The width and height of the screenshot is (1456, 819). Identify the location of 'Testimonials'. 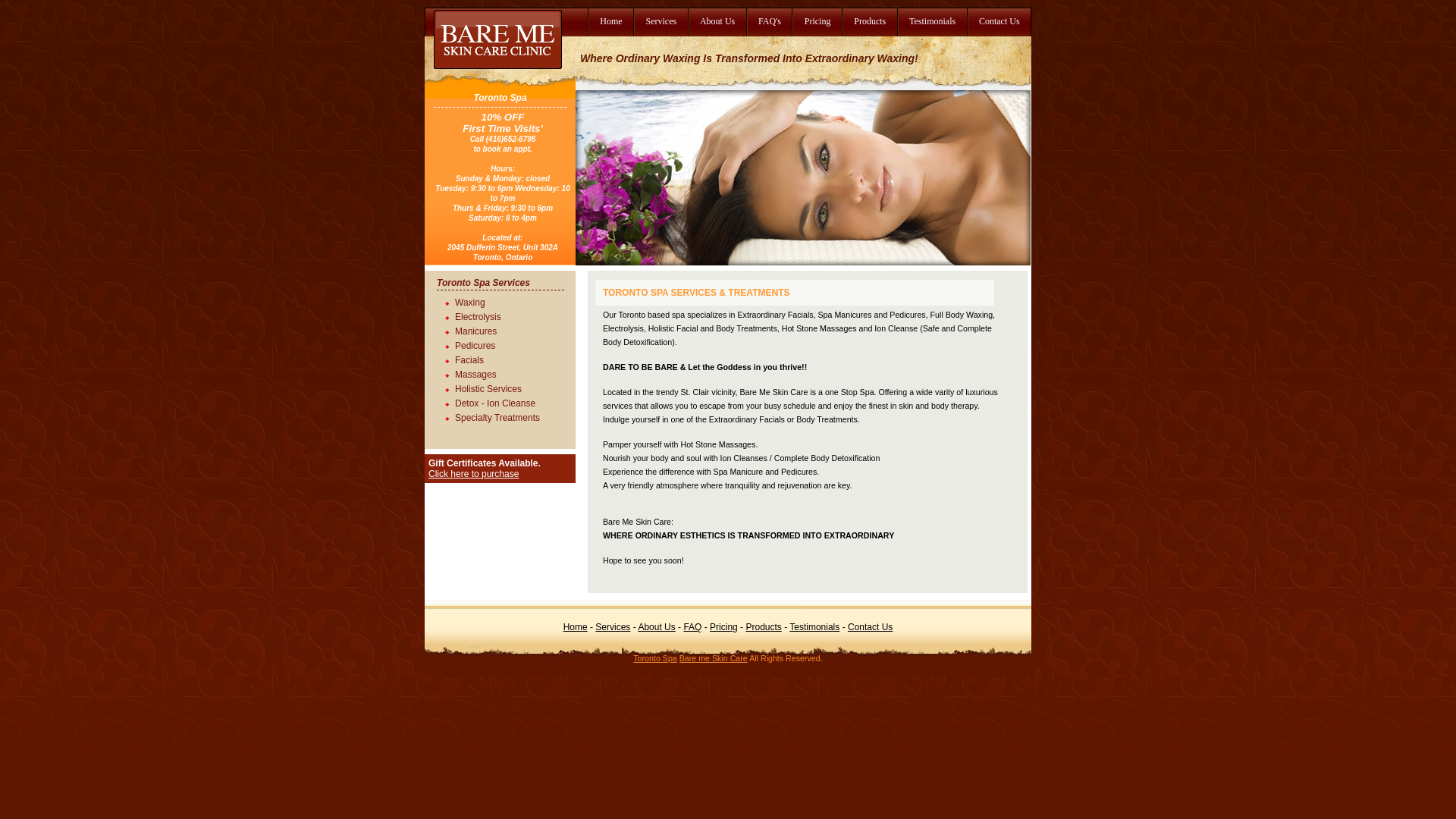
(930, 22).